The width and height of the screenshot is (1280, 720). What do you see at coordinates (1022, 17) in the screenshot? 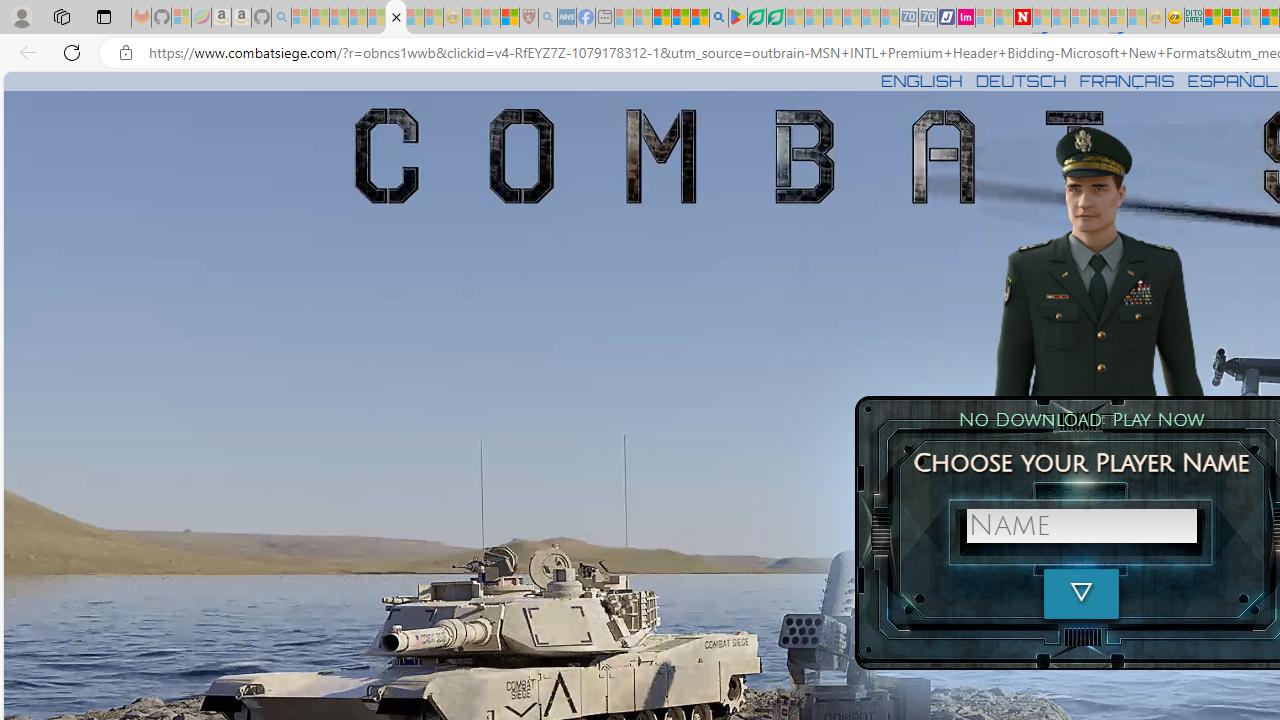
I see `'Latest Politics News & Archive | Newsweek.com'` at bounding box center [1022, 17].